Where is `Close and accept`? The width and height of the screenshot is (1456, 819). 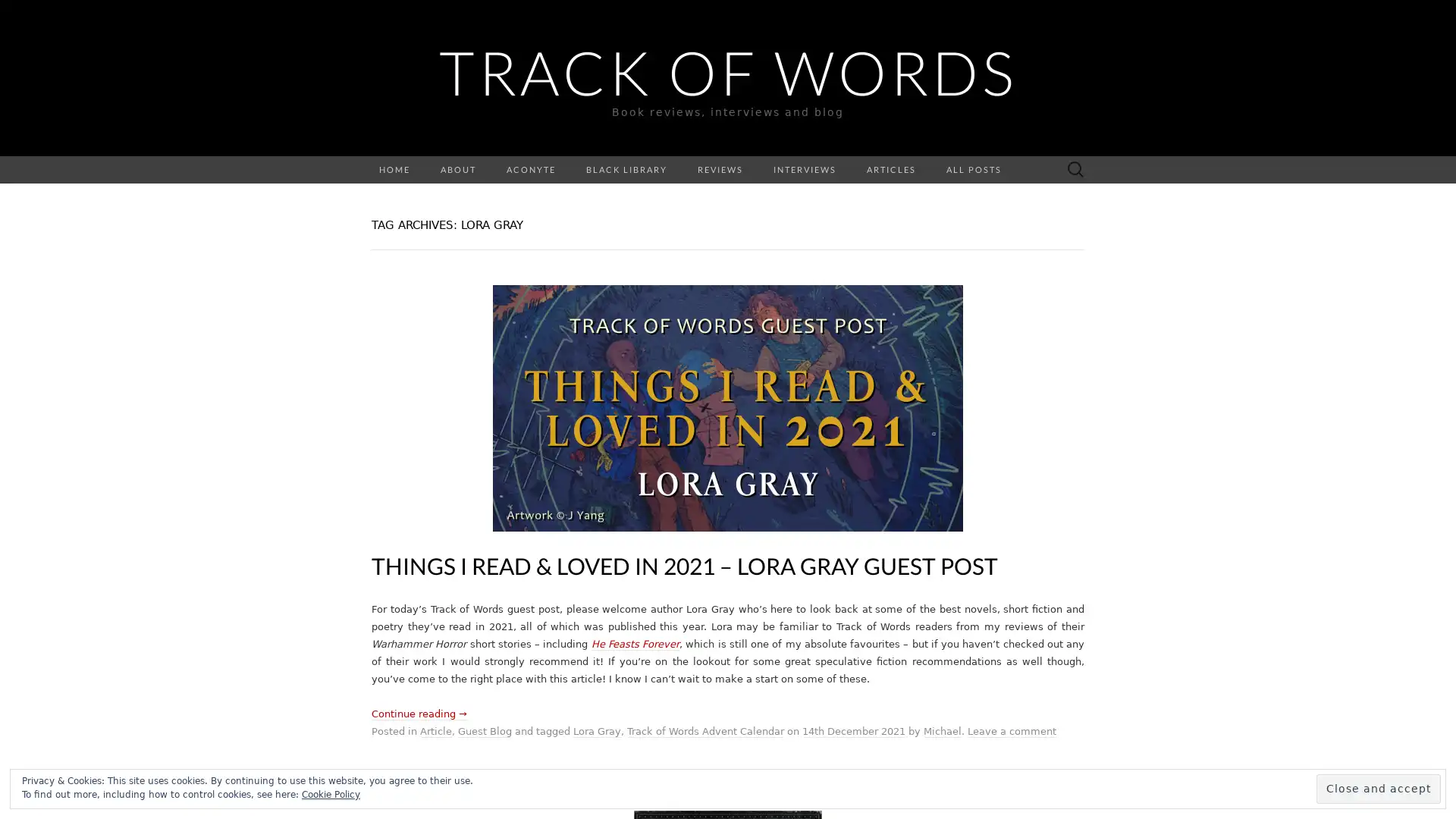
Close and accept is located at coordinates (1379, 788).